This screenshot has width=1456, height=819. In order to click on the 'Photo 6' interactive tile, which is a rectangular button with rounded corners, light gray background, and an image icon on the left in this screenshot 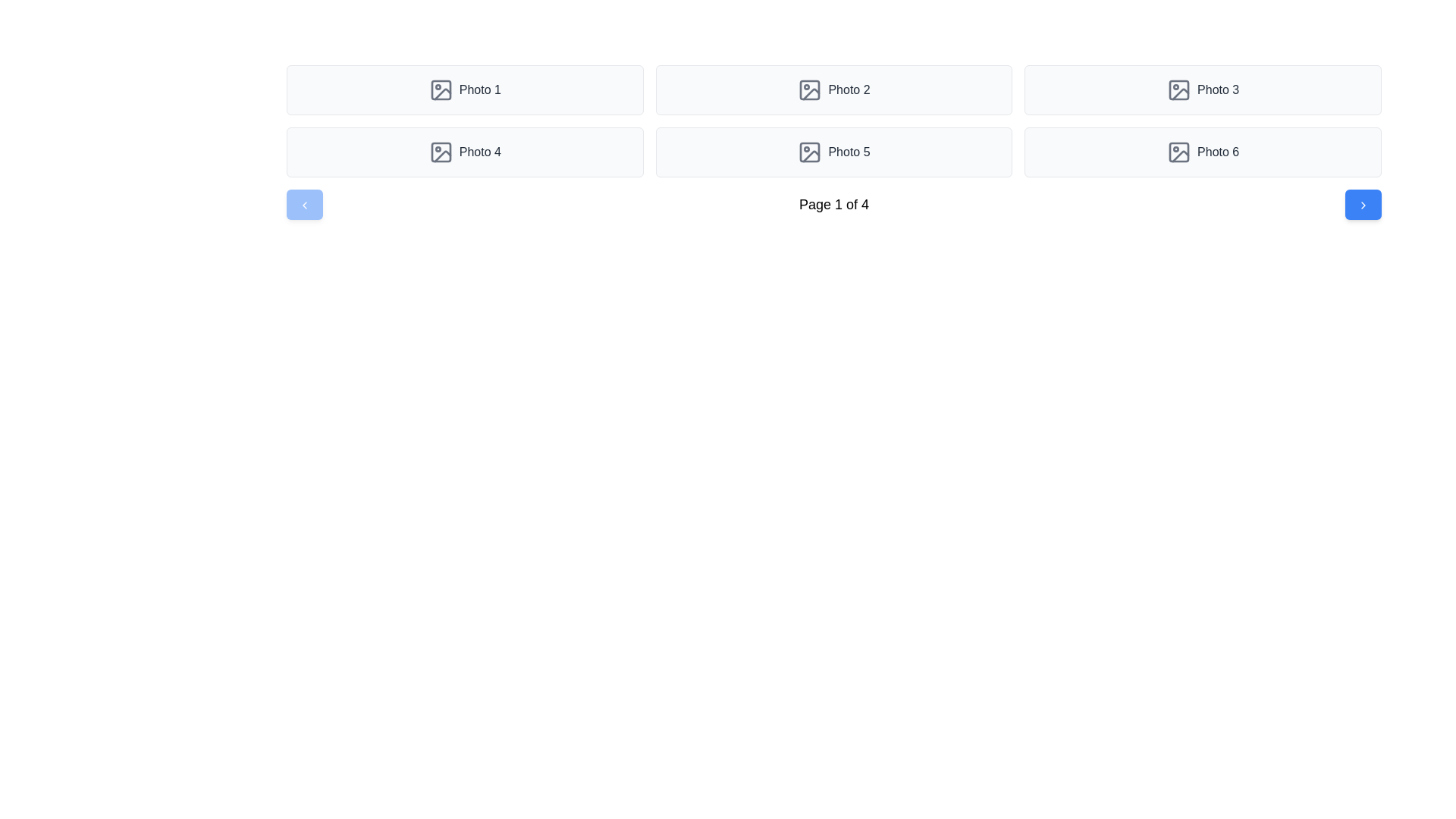, I will do `click(1202, 152)`.